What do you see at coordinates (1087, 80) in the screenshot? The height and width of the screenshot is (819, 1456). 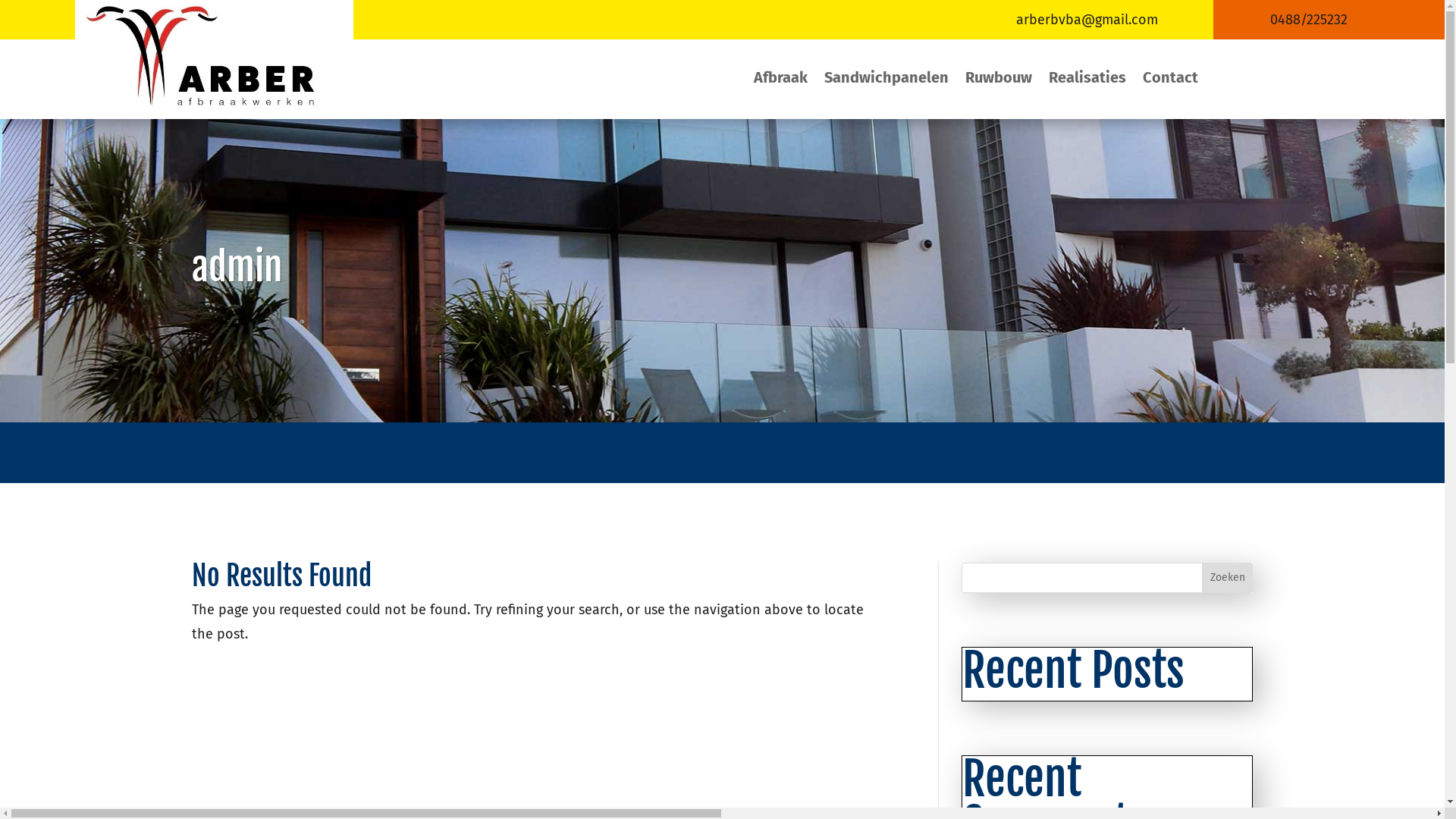 I see `'Realisaties'` at bounding box center [1087, 80].